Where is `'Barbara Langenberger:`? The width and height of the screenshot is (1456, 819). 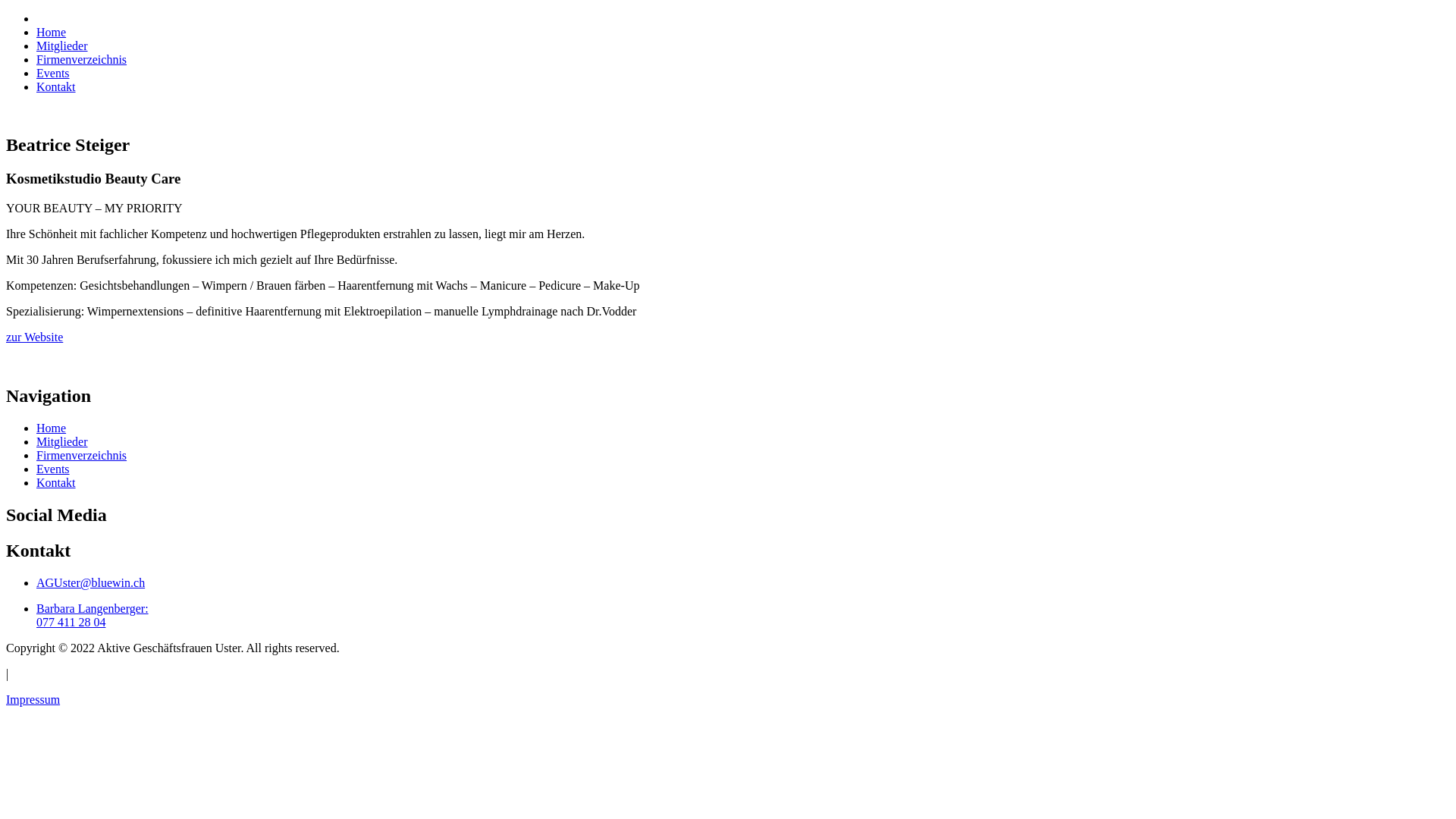
'Barbara Langenberger: is located at coordinates (36, 615).